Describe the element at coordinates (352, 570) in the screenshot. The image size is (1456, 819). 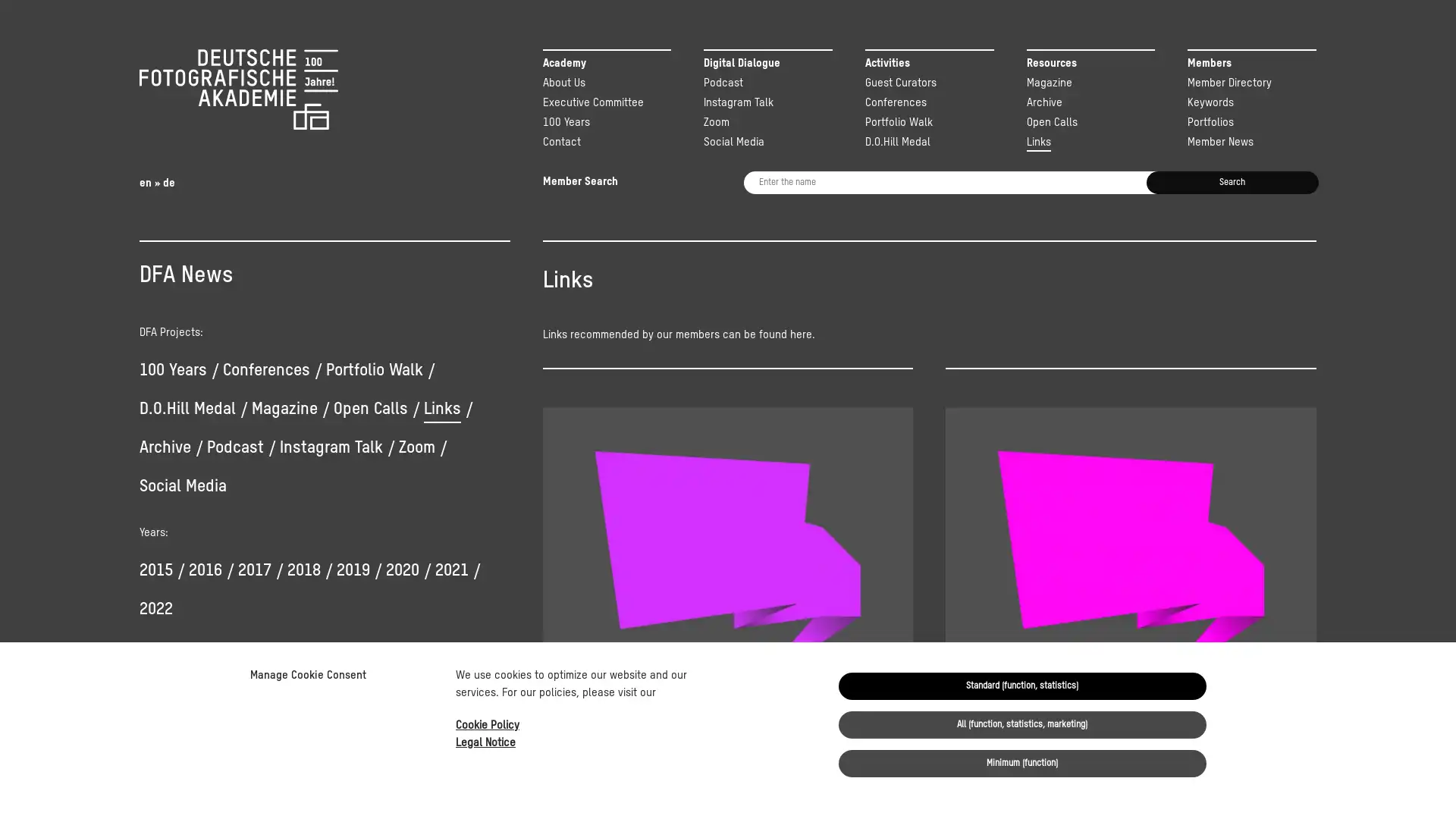
I see `2019` at that location.